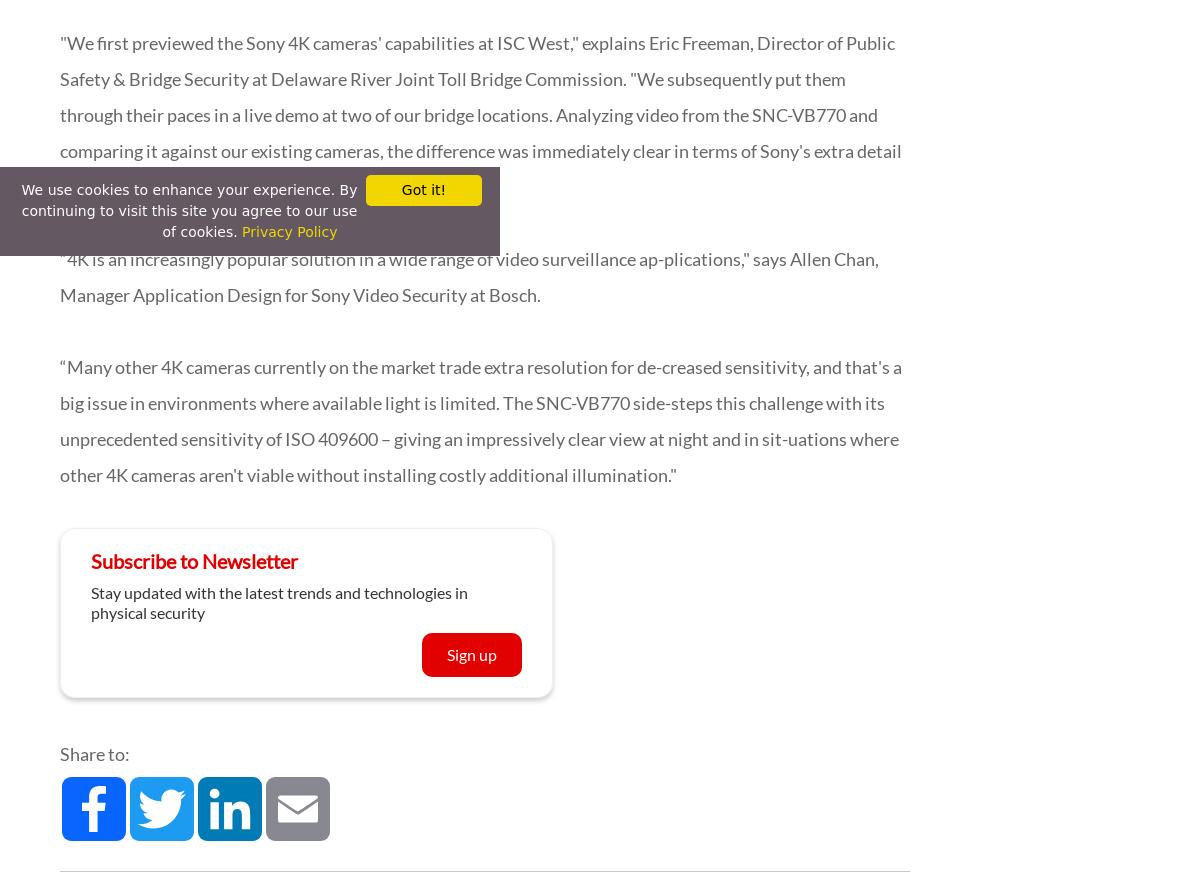  I want to click on 'Share to:', so click(95, 753).